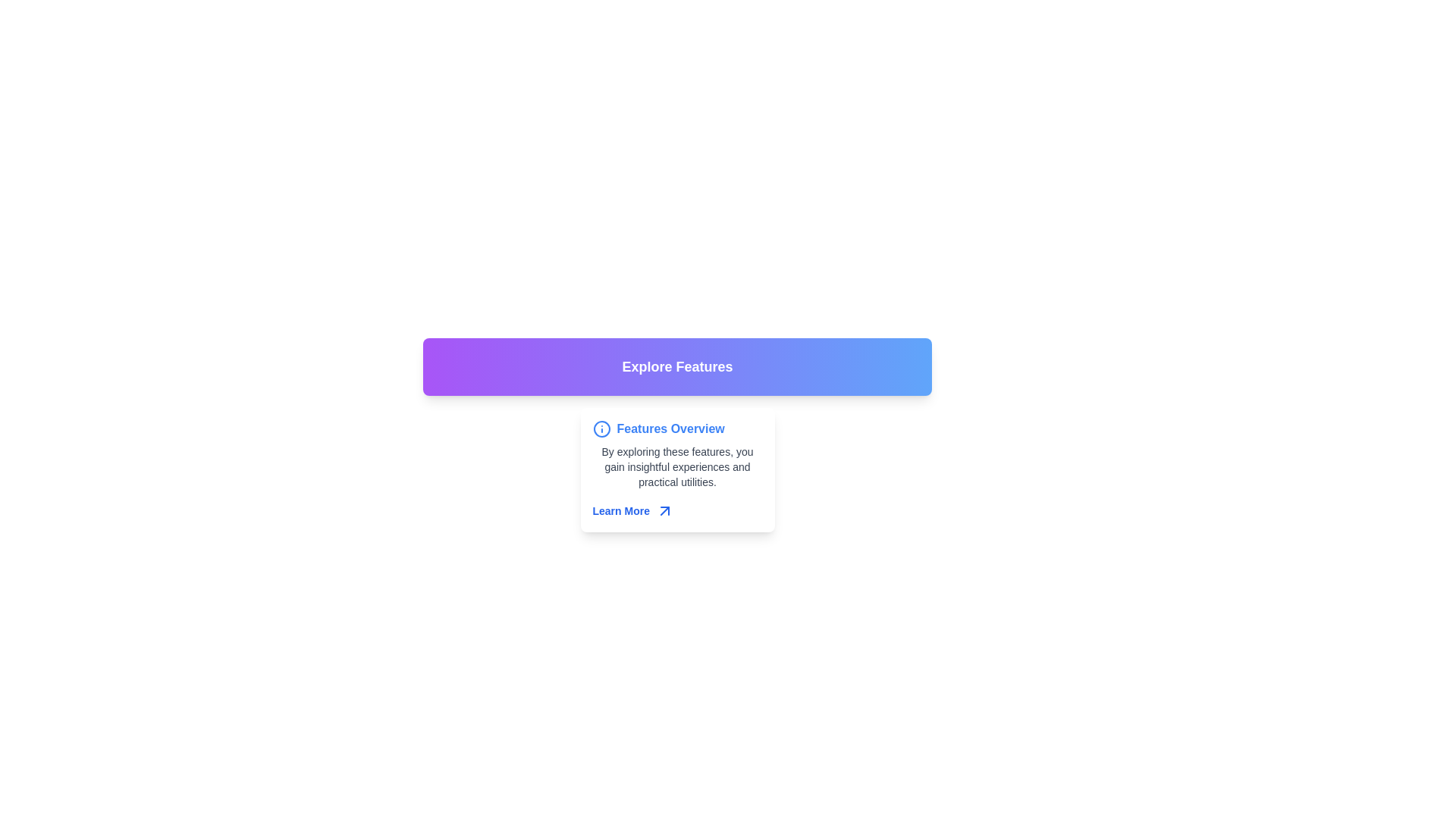 Image resolution: width=1456 pixels, height=819 pixels. What do you see at coordinates (665, 511) in the screenshot?
I see `the arrow icon that indicates external navigation next to the 'Learn More' text at the bottom left of the card element` at bounding box center [665, 511].